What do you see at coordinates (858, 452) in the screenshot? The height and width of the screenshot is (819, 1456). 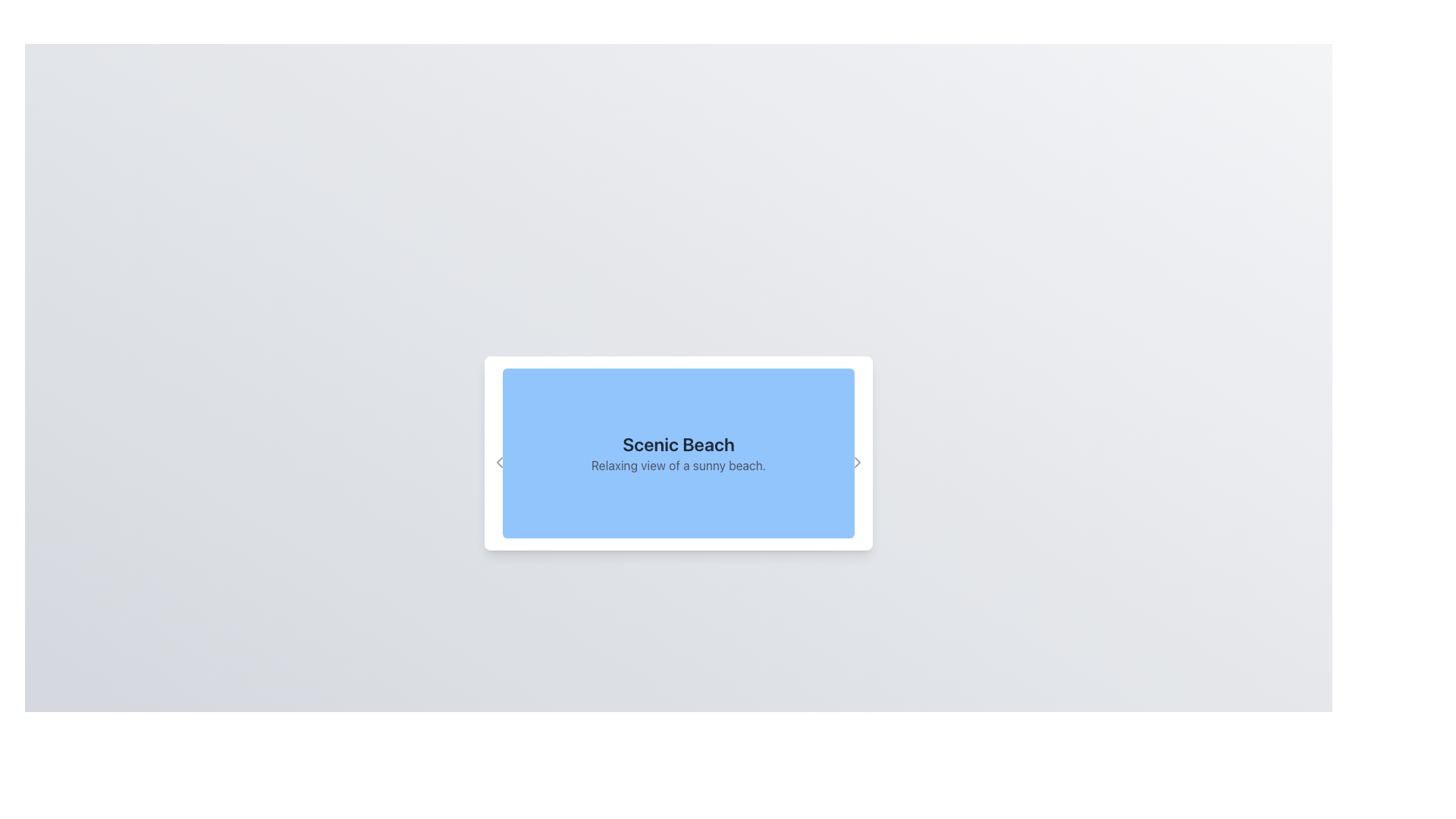 I see `the rightward-facing navigation button located on the far right side of the card component, which allows users` at bounding box center [858, 452].